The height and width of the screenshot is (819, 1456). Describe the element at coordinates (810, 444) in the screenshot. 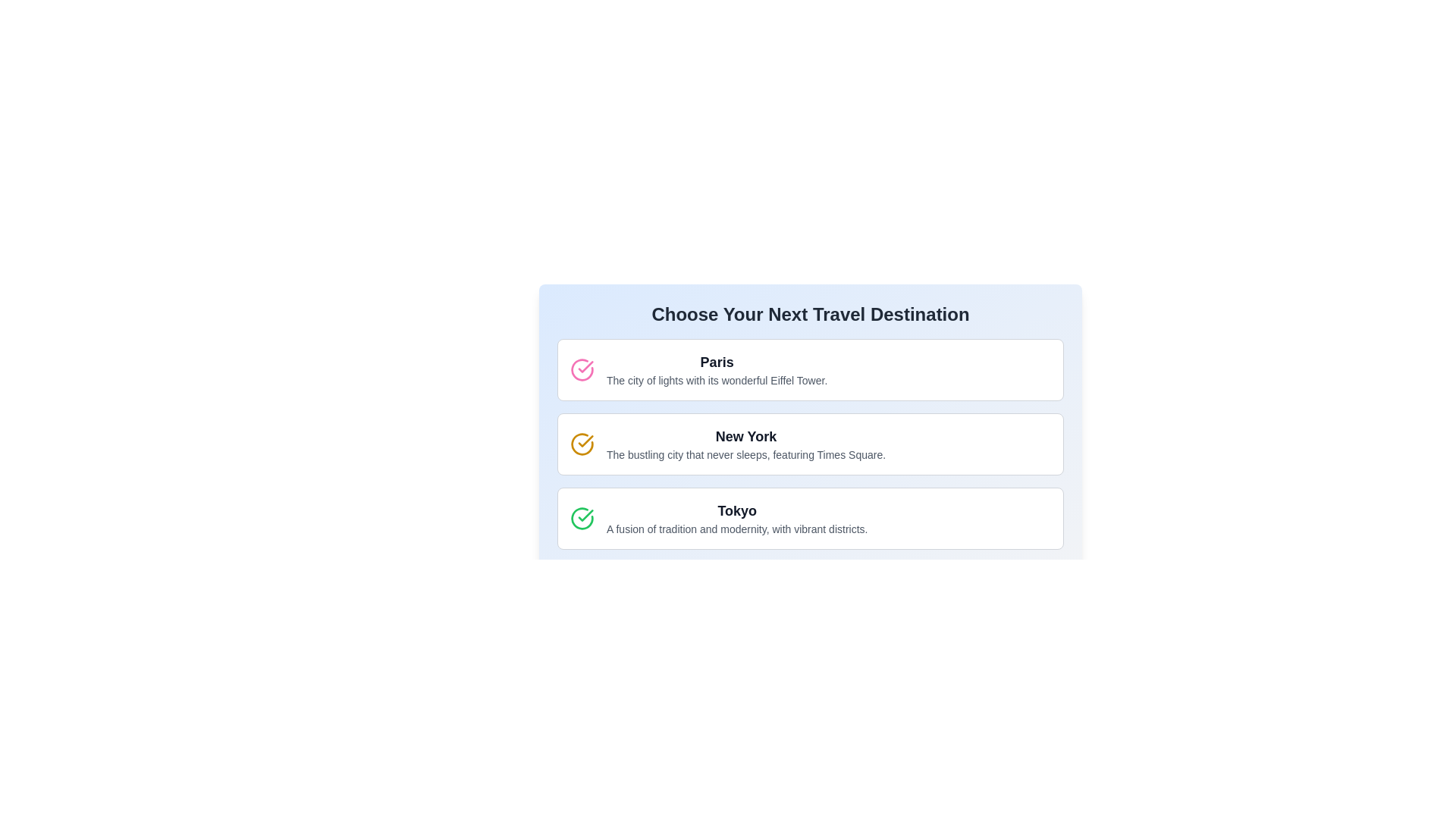

I see `the stylized button for 'New York' to trigger hover effects` at that location.